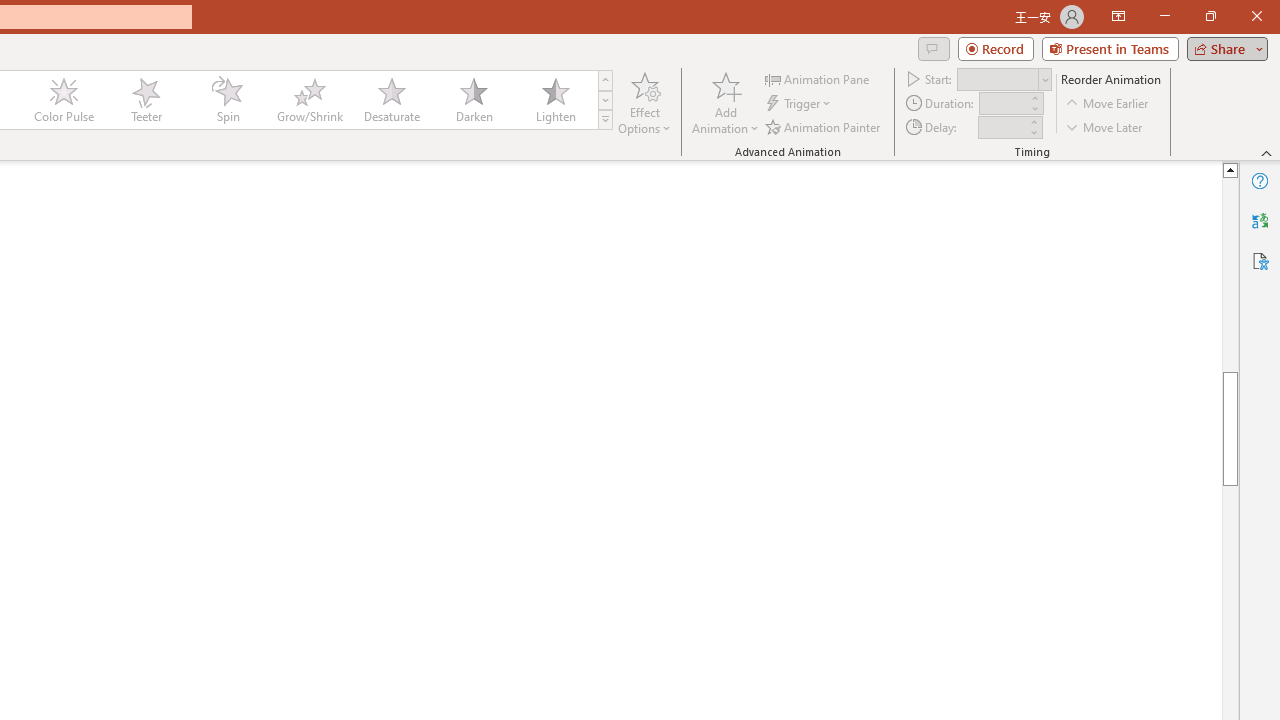  Describe the element at coordinates (1002, 127) in the screenshot. I see `'Animation Delay'` at that location.